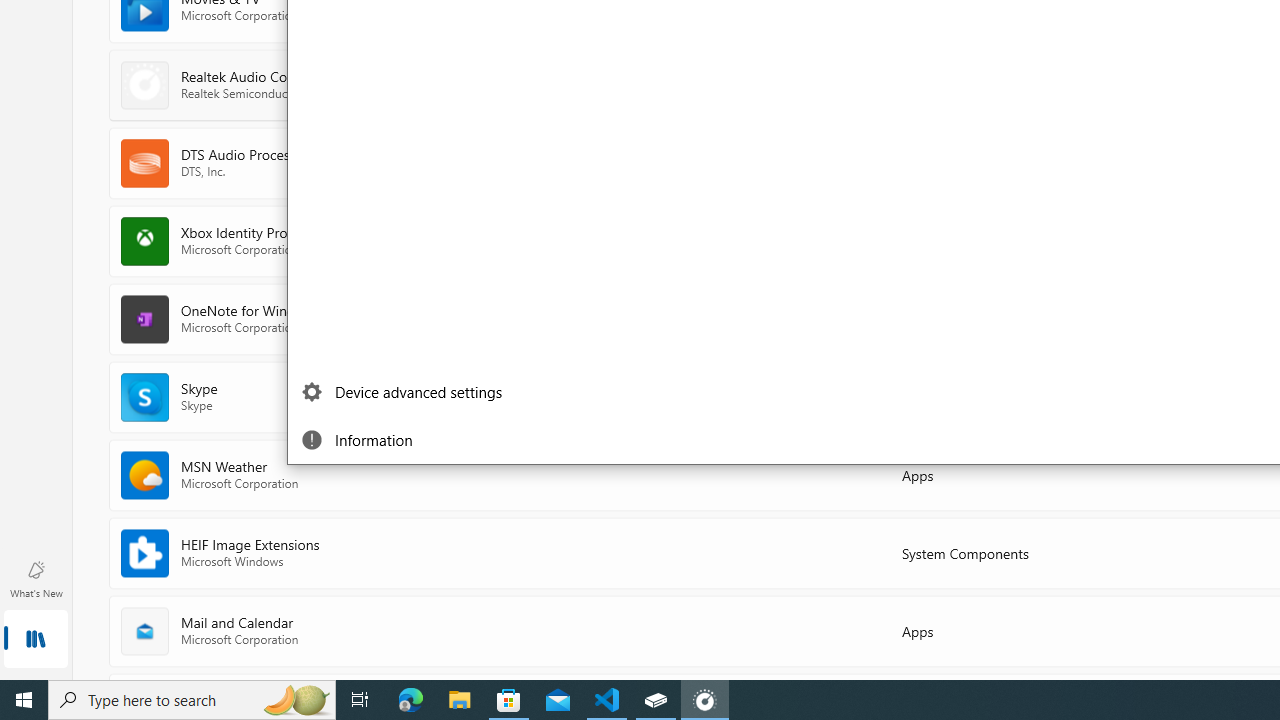 This screenshot has height=720, width=1280. What do you see at coordinates (359, 698) in the screenshot?
I see `'Task View'` at bounding box center [359, 698].